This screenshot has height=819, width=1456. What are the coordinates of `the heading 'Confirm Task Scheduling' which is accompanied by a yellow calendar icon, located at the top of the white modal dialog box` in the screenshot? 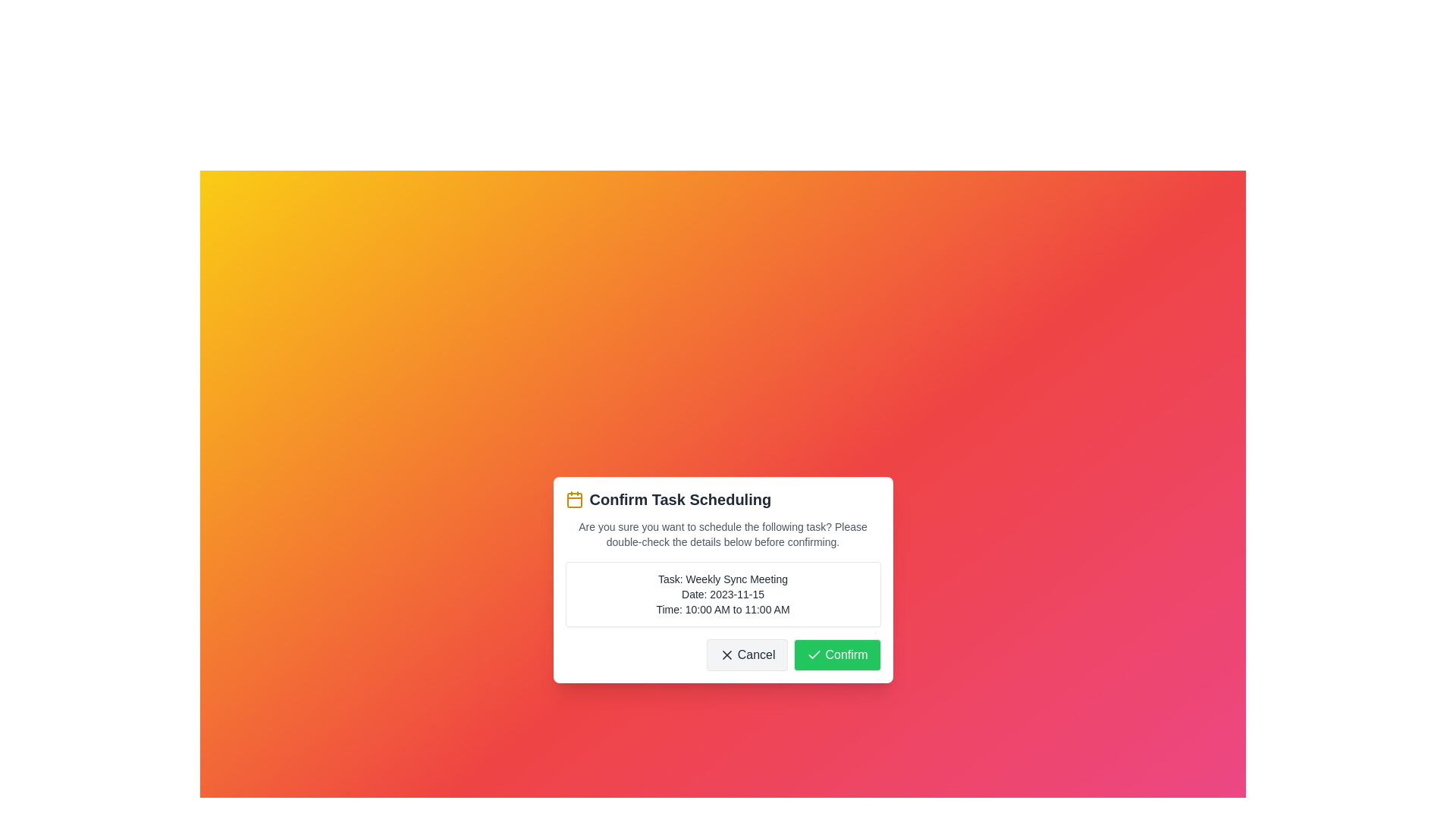 It's located at (722, 500).